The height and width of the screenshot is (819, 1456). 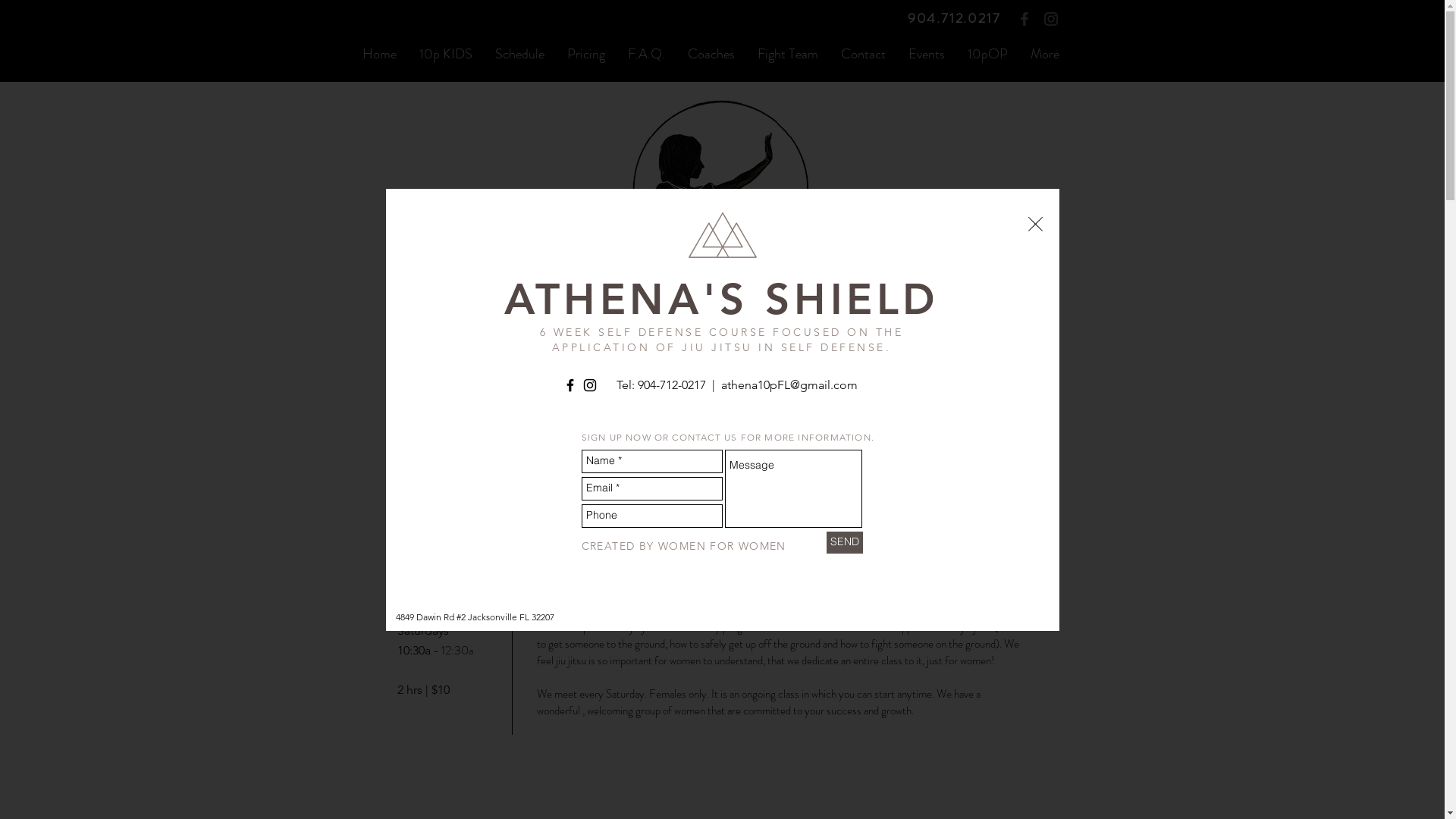 What do you see at coordinates (954, 52) in the screenshot?
I see `'10pOP'` at bounding box center [954, 52].